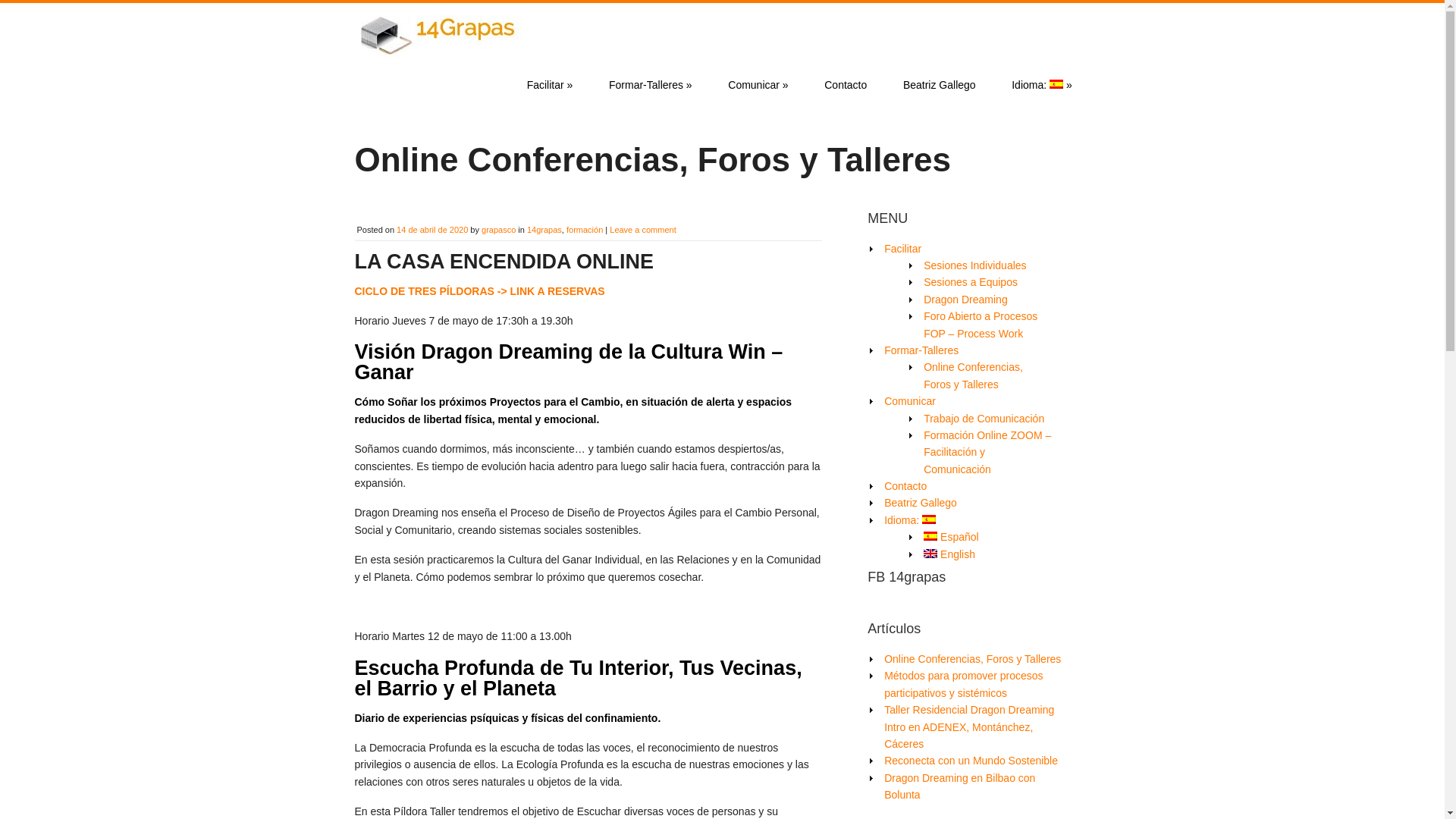 This screenshot has width=1456, height=819. I want to click on ' English', so click(949, 554).